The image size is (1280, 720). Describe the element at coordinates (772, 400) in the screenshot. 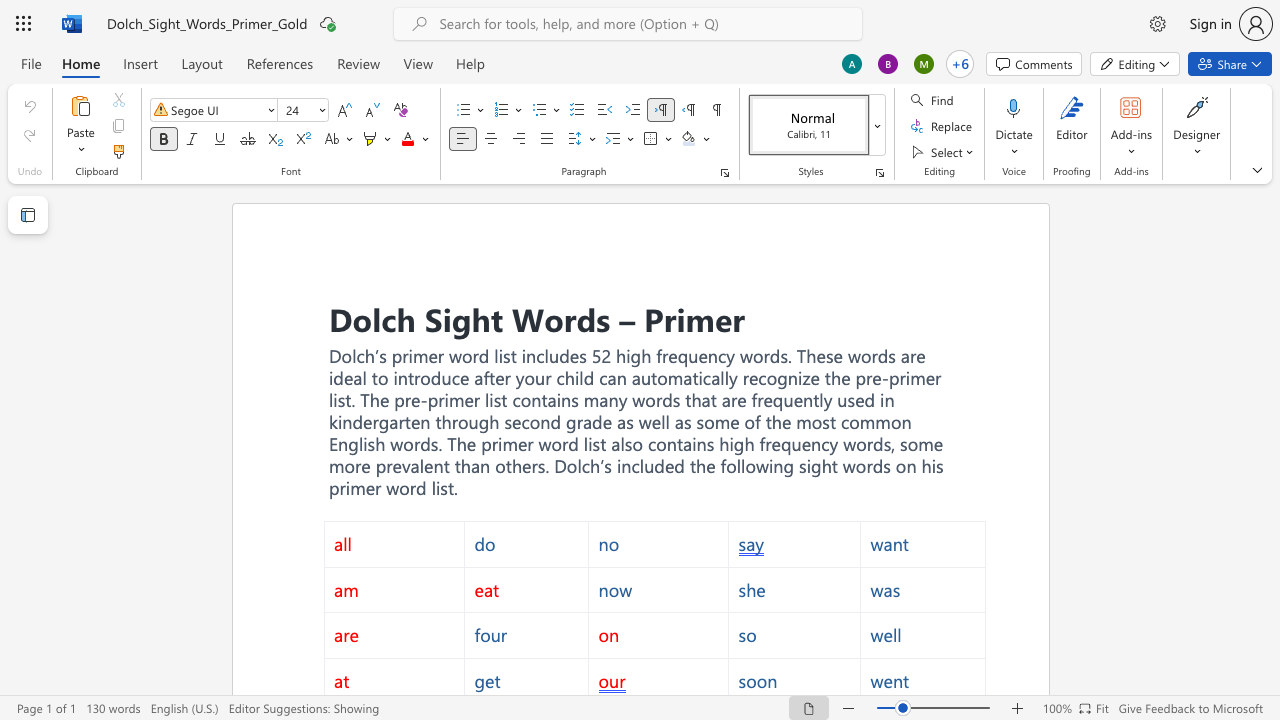

I see `the space between the continuous character "e" and "q" in the text` at that location.